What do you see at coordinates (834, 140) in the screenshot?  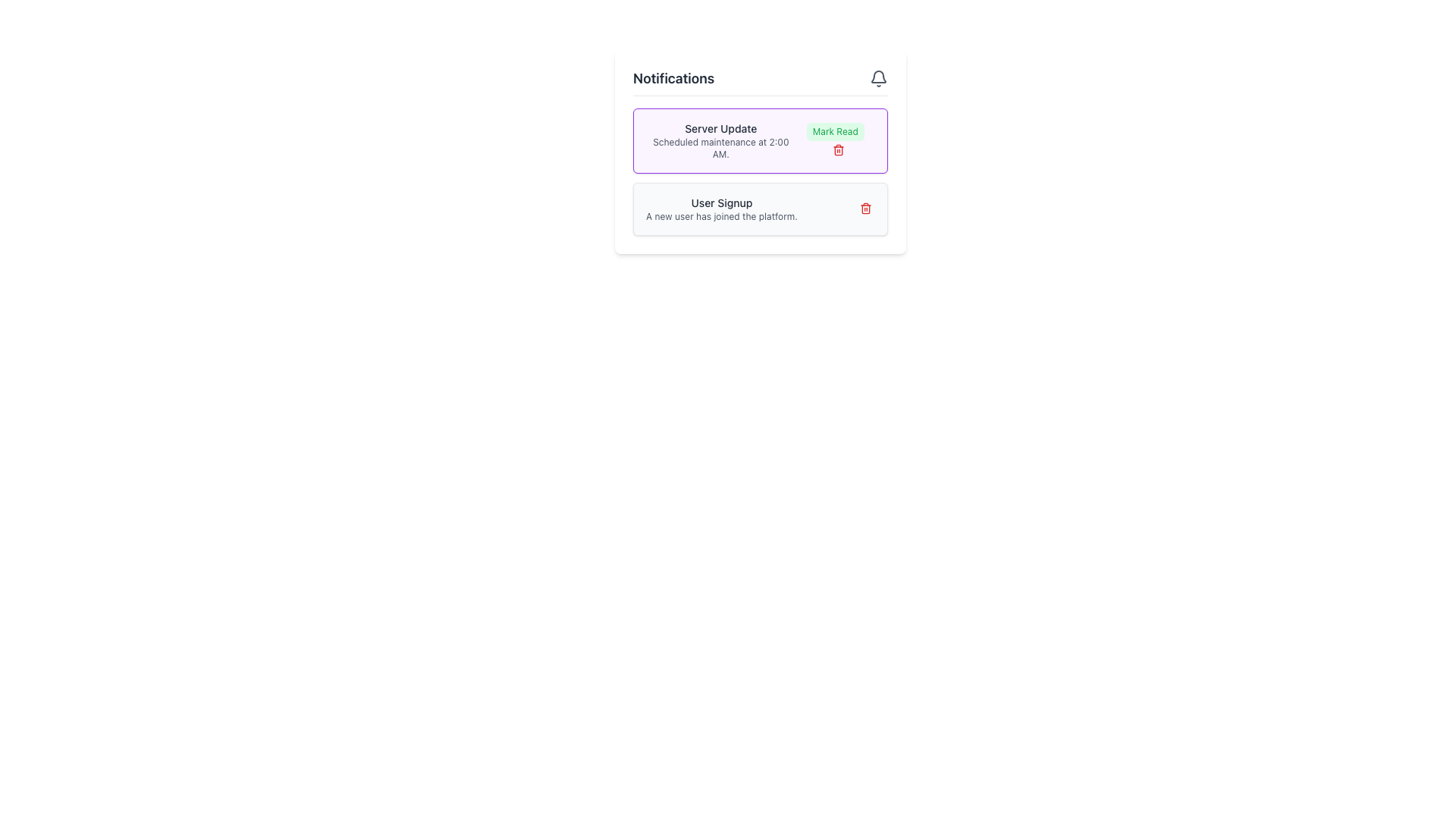 I see `the button located in the top notification section to the right of 'Server Update' to mark the associated notification as read` at bounding box center [834, 140].